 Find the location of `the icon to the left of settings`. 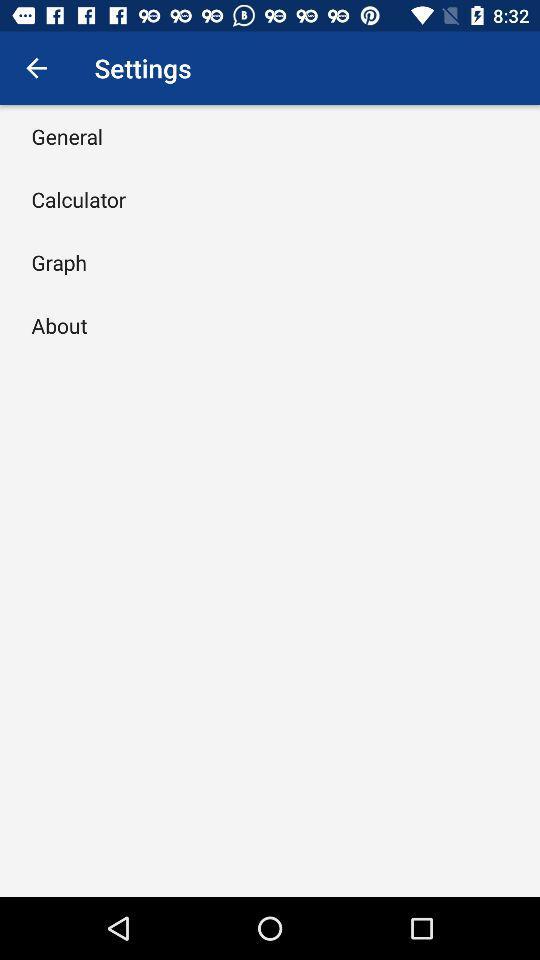

the icon to the left of settings is located at coordinates (36, 68).